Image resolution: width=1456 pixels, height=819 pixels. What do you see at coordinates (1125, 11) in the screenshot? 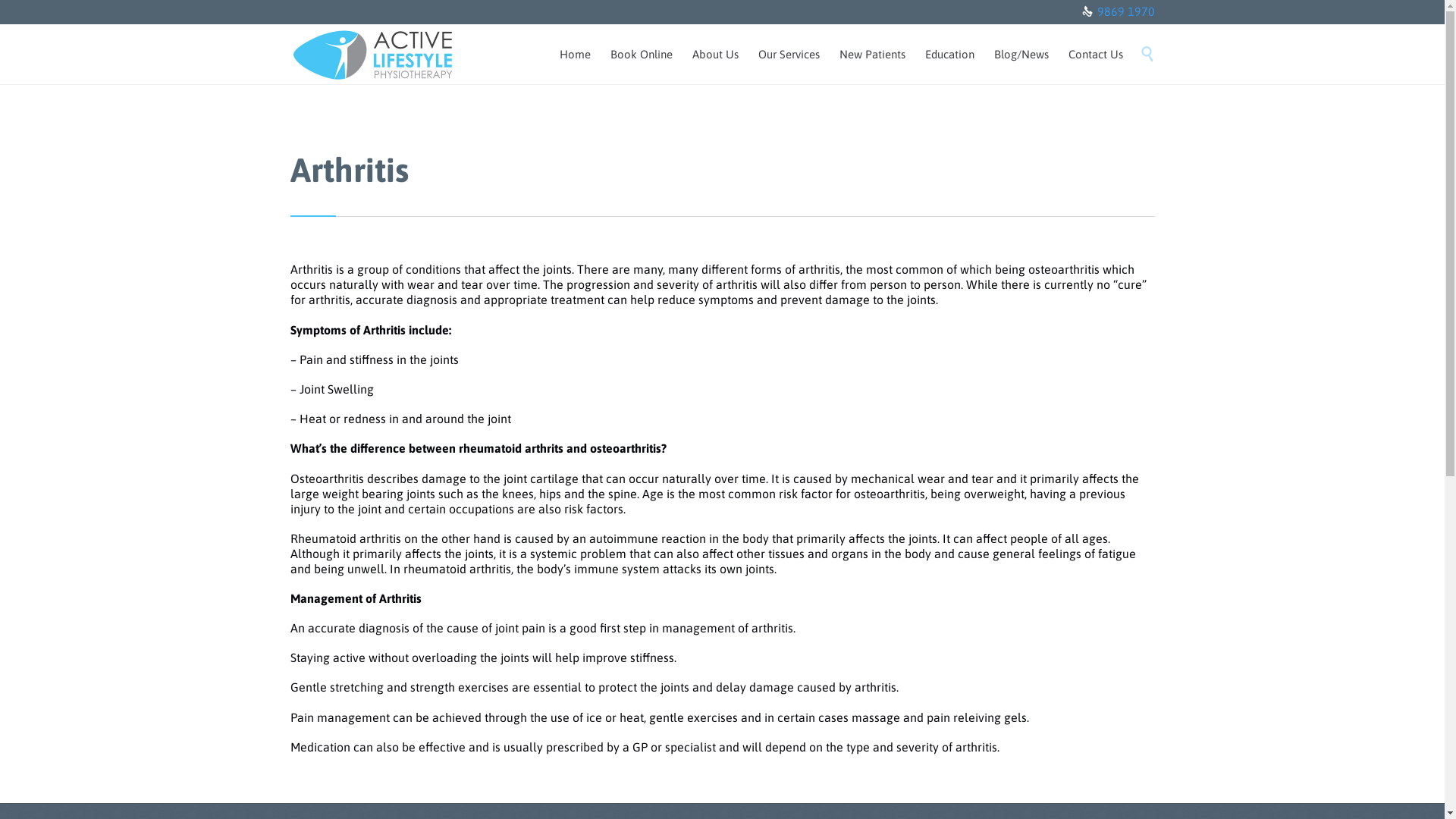
I see `'9869 1970'` at bounding box center [1125, 11].